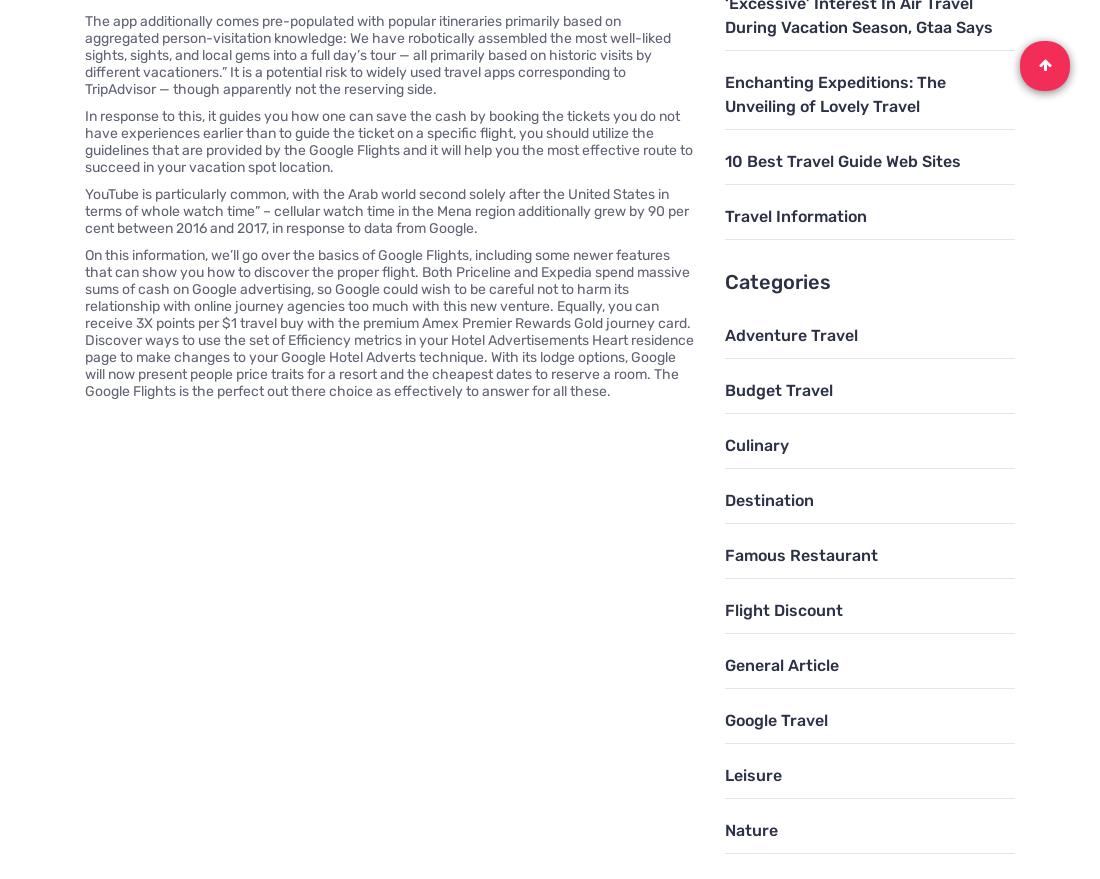 The width and height of the screenshot is (1100, 879). I want to click on 'Flight Discount', so click(723, 609).